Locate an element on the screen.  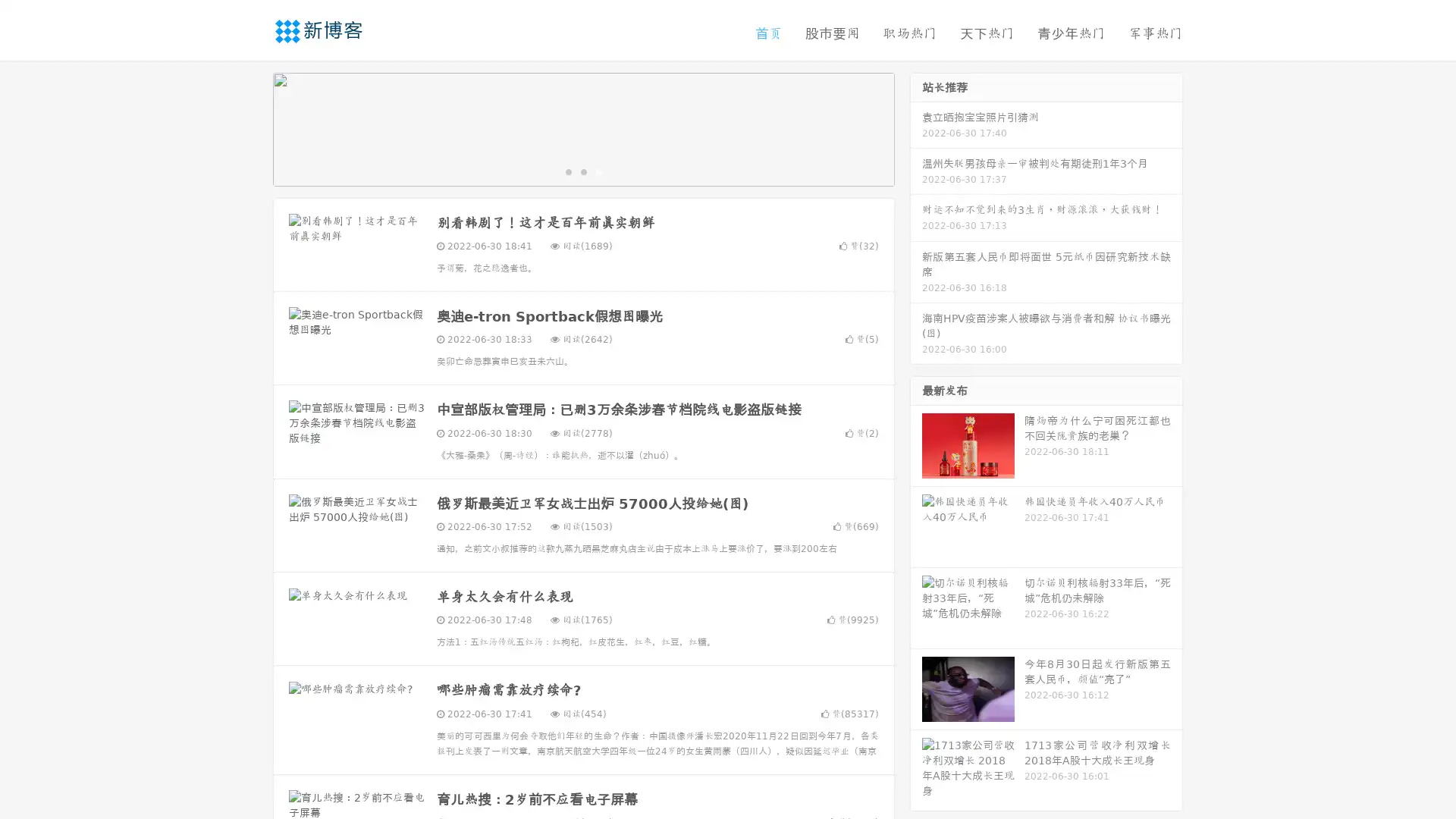
Go to slide 1 is located at coordinates (567, 171).